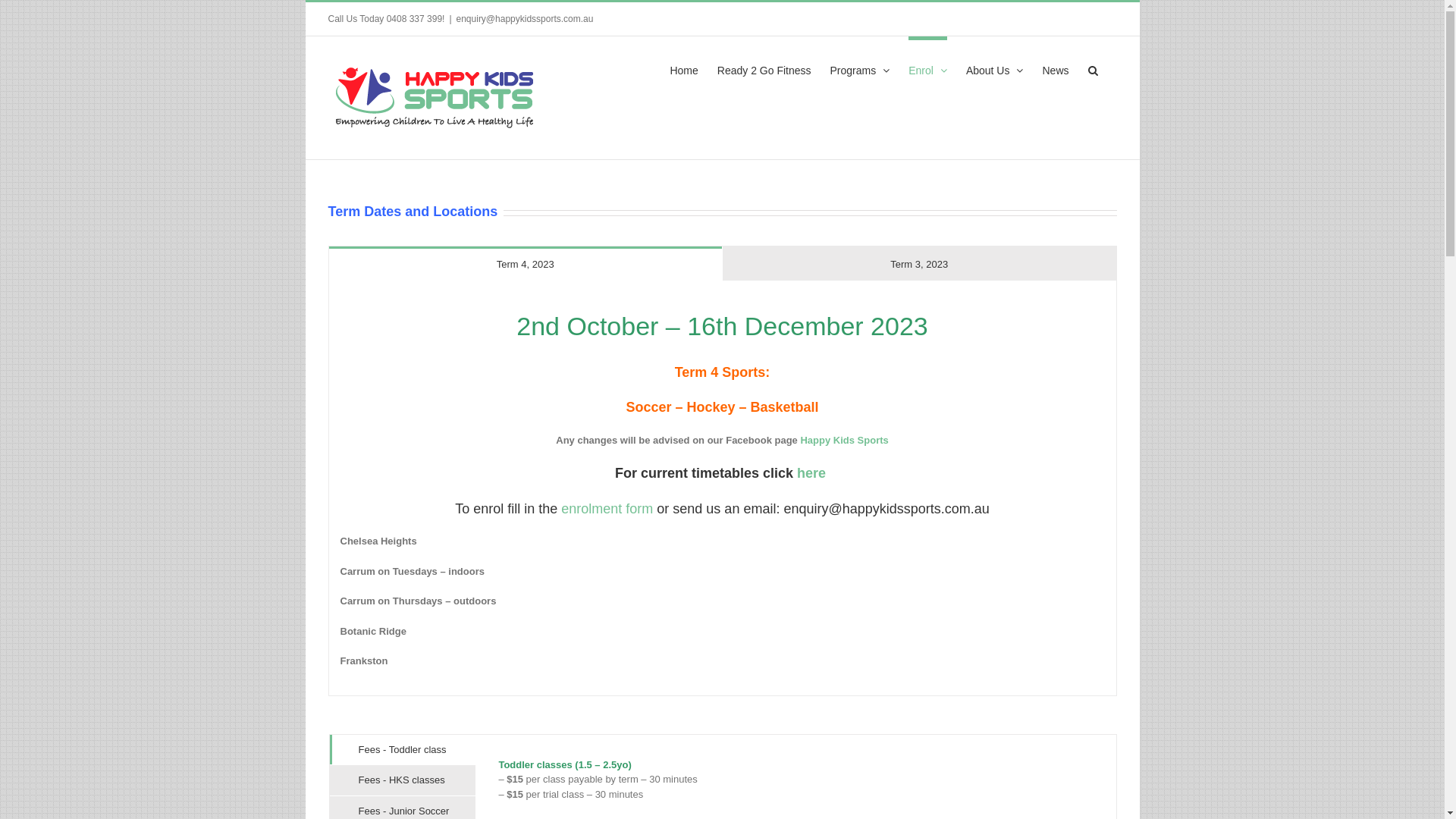  Describe the element at coordinates (1092, 67) in the screenshot. I see `'Search'` at that location.